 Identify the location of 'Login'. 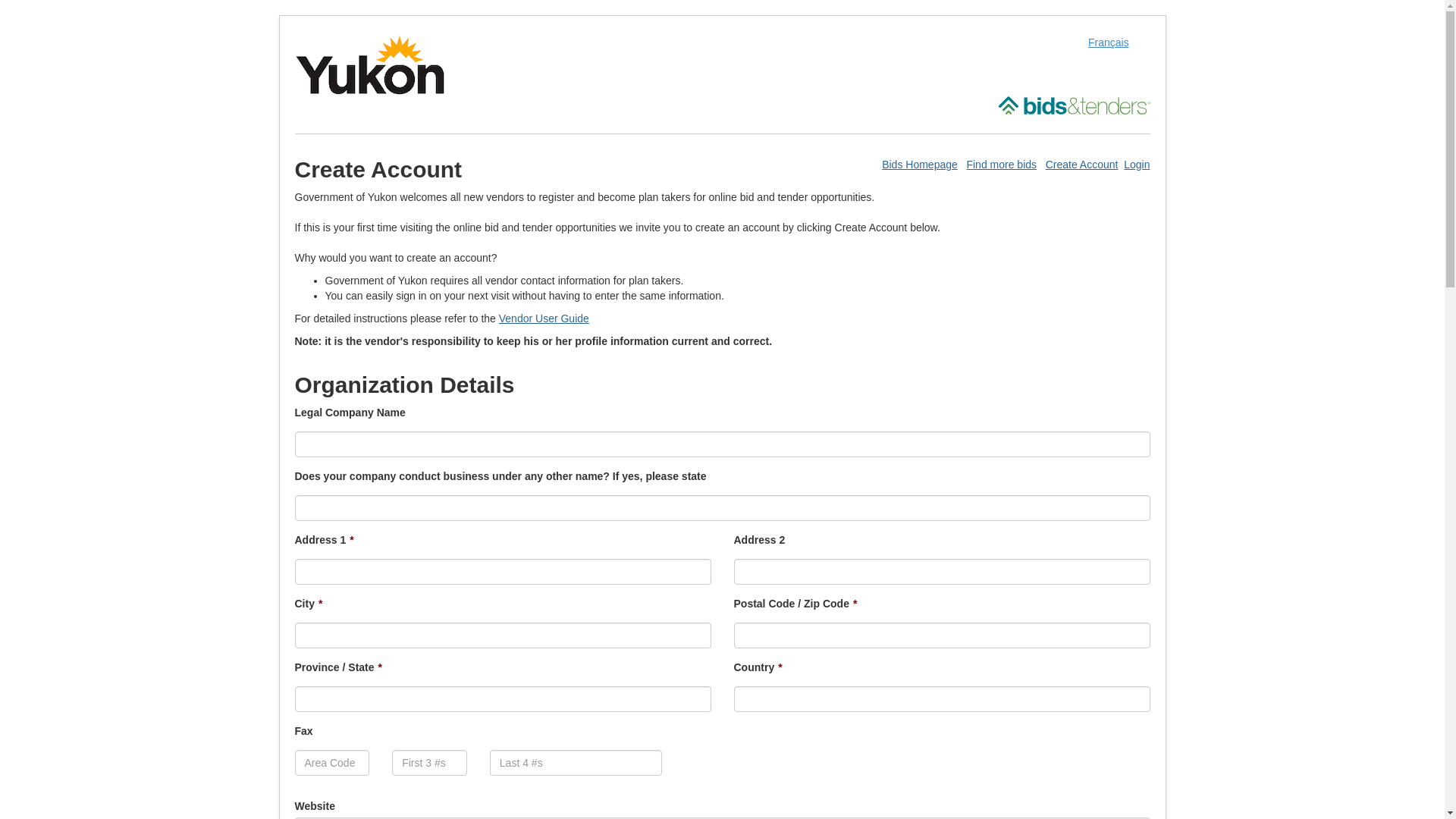
(1136, 164).